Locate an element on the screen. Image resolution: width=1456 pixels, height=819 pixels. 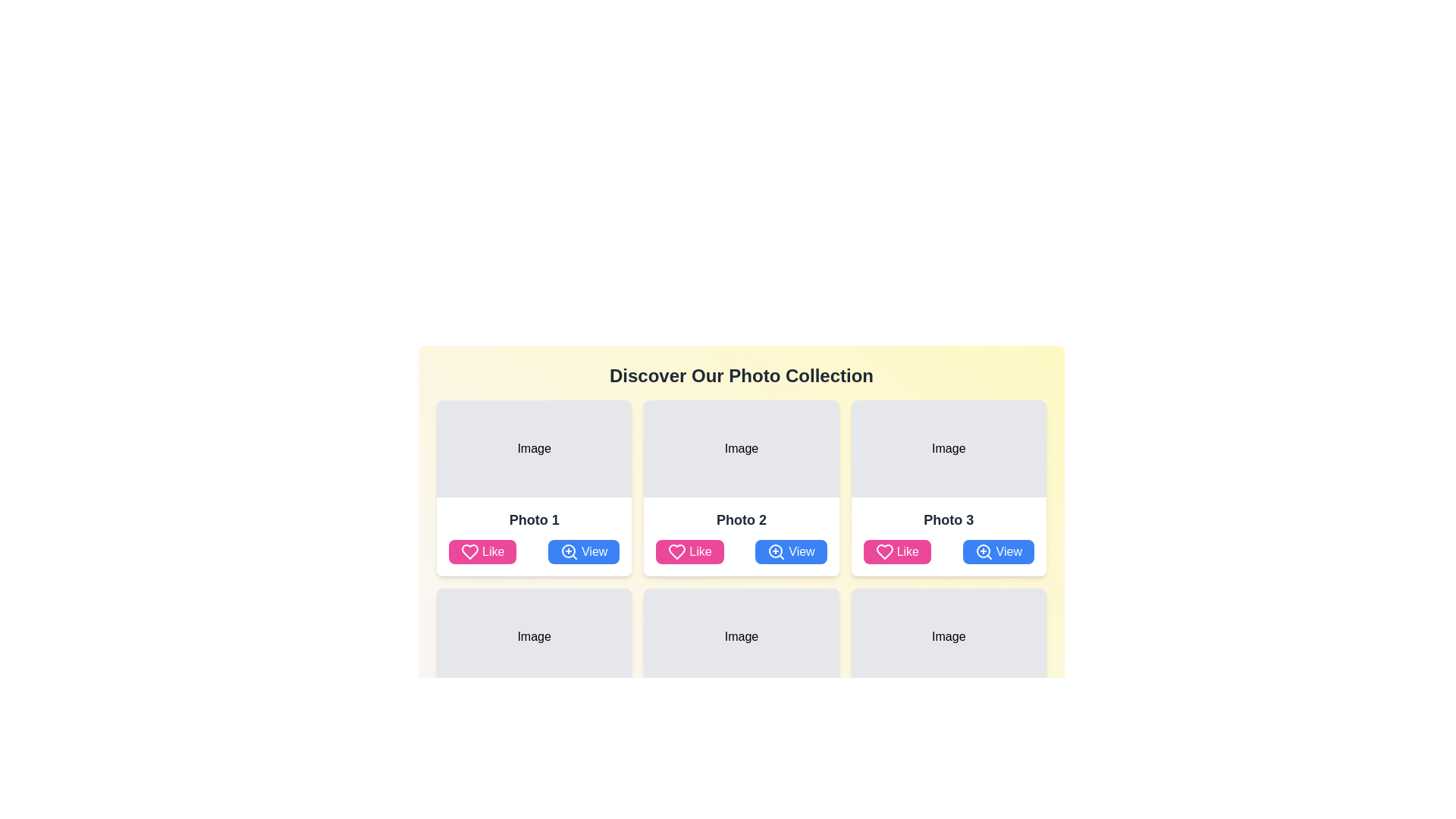
the heart icon representing the 'Like' action for the photo under the third photo in the first row of the photo collection grid is located at coordinates (884, 552).